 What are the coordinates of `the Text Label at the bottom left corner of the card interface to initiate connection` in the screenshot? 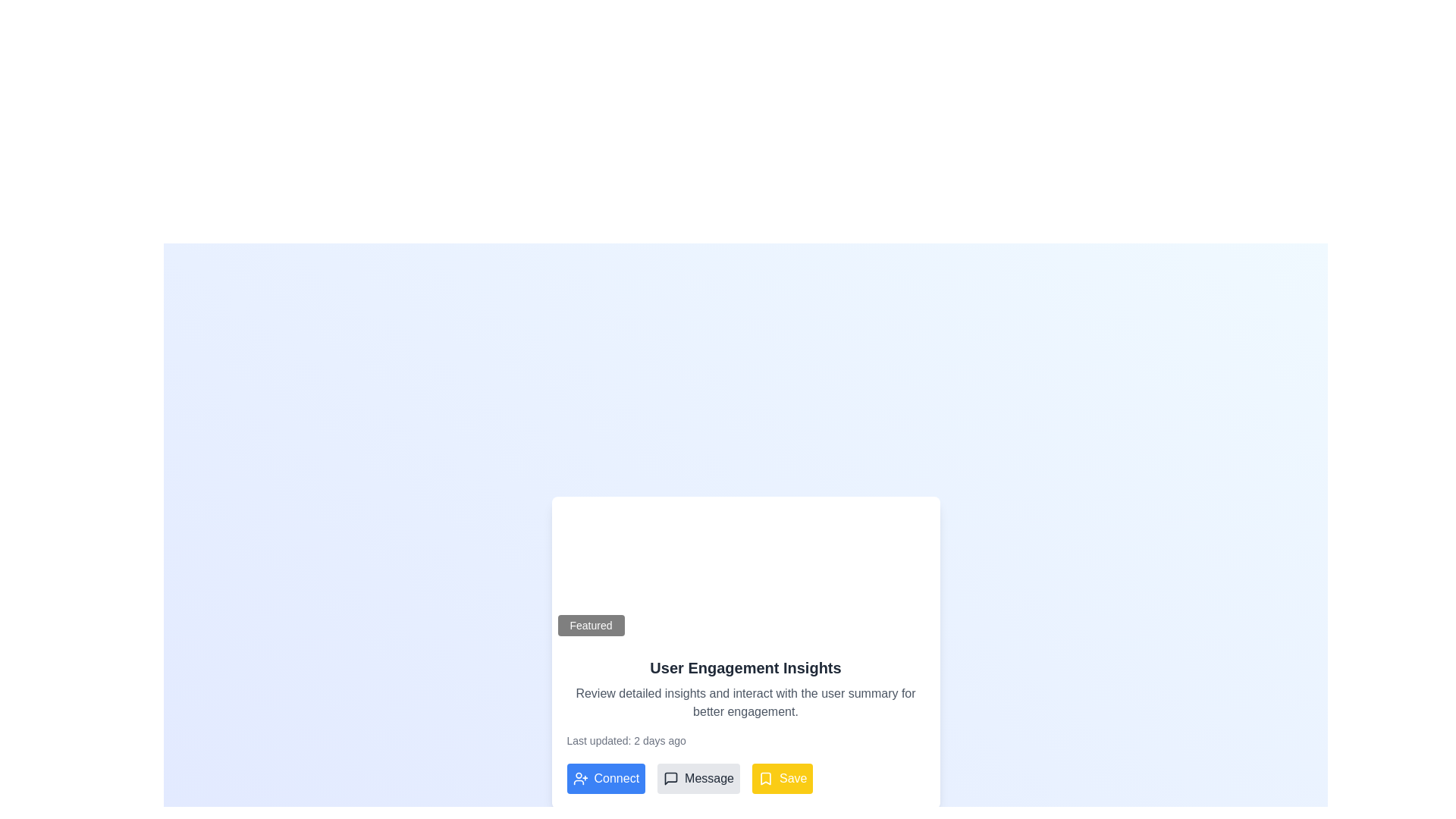 It's located at (617, 778).